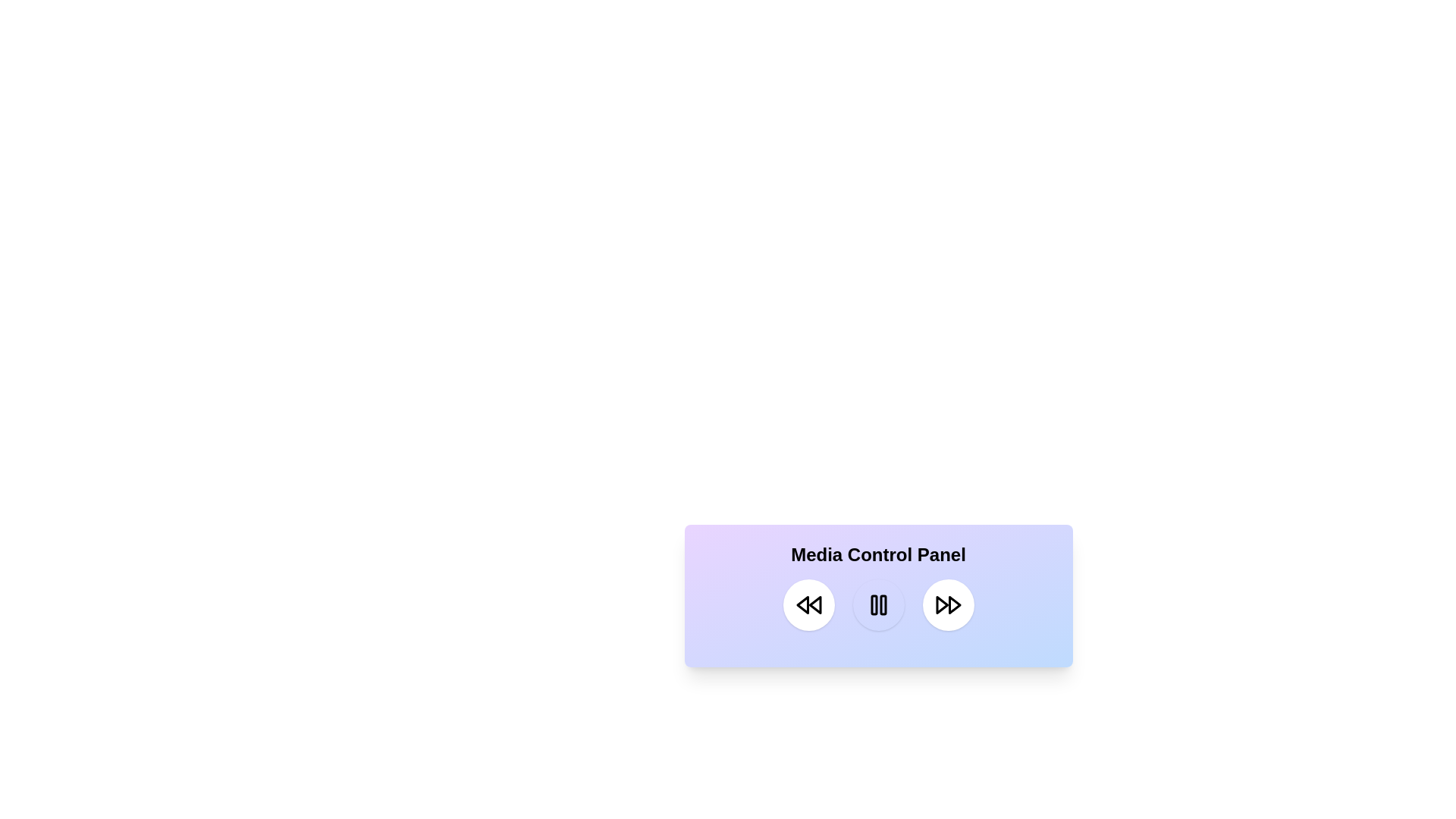  Describe the element at coordinates (883, 604) in the screenshot. I see `the right vertical bar of the pause button icon located centrally in the media control interface to visualize the pause function` at that location.